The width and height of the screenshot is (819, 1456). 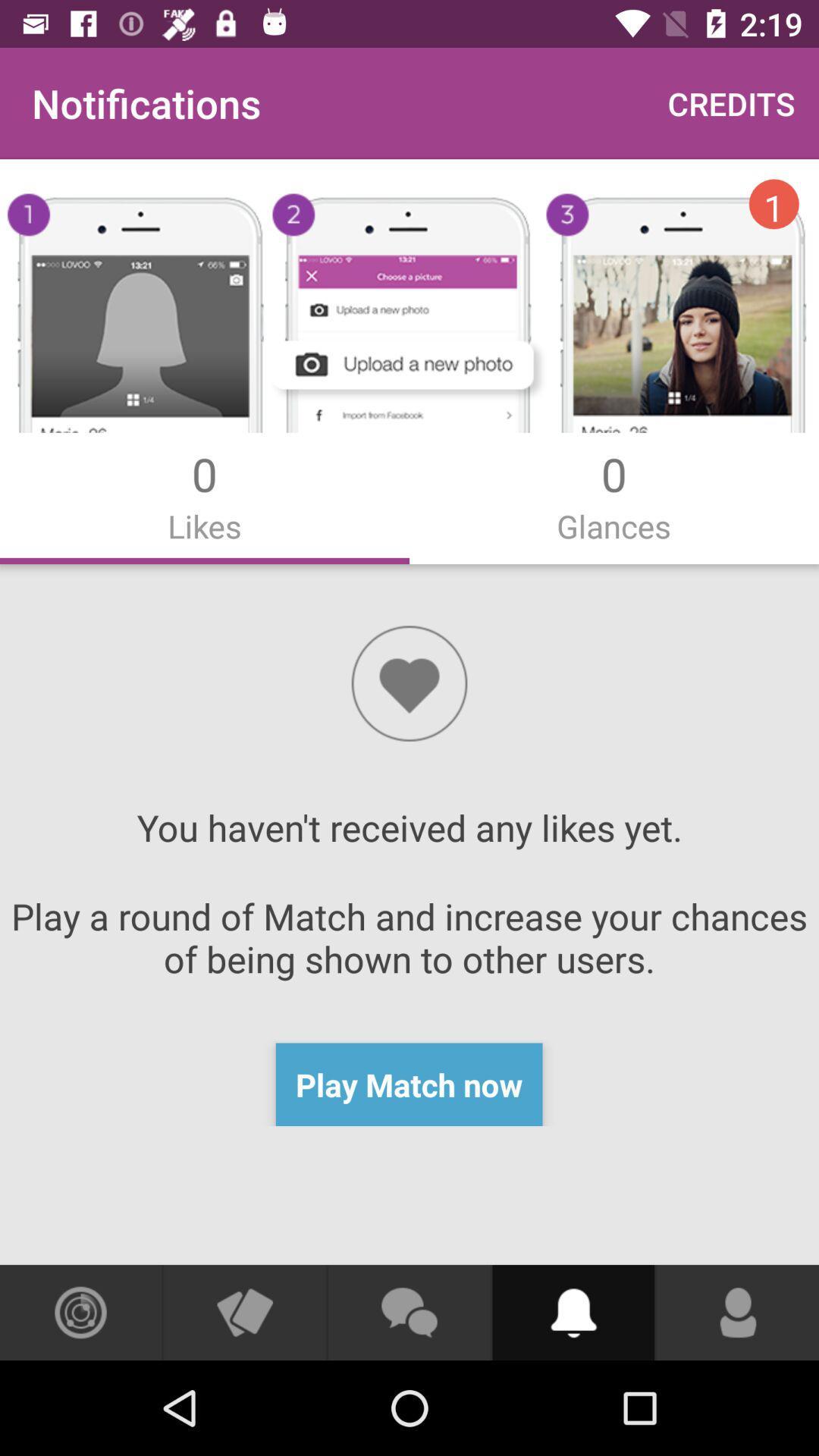 I want to click on contacts, so click(x=737, y=1312).